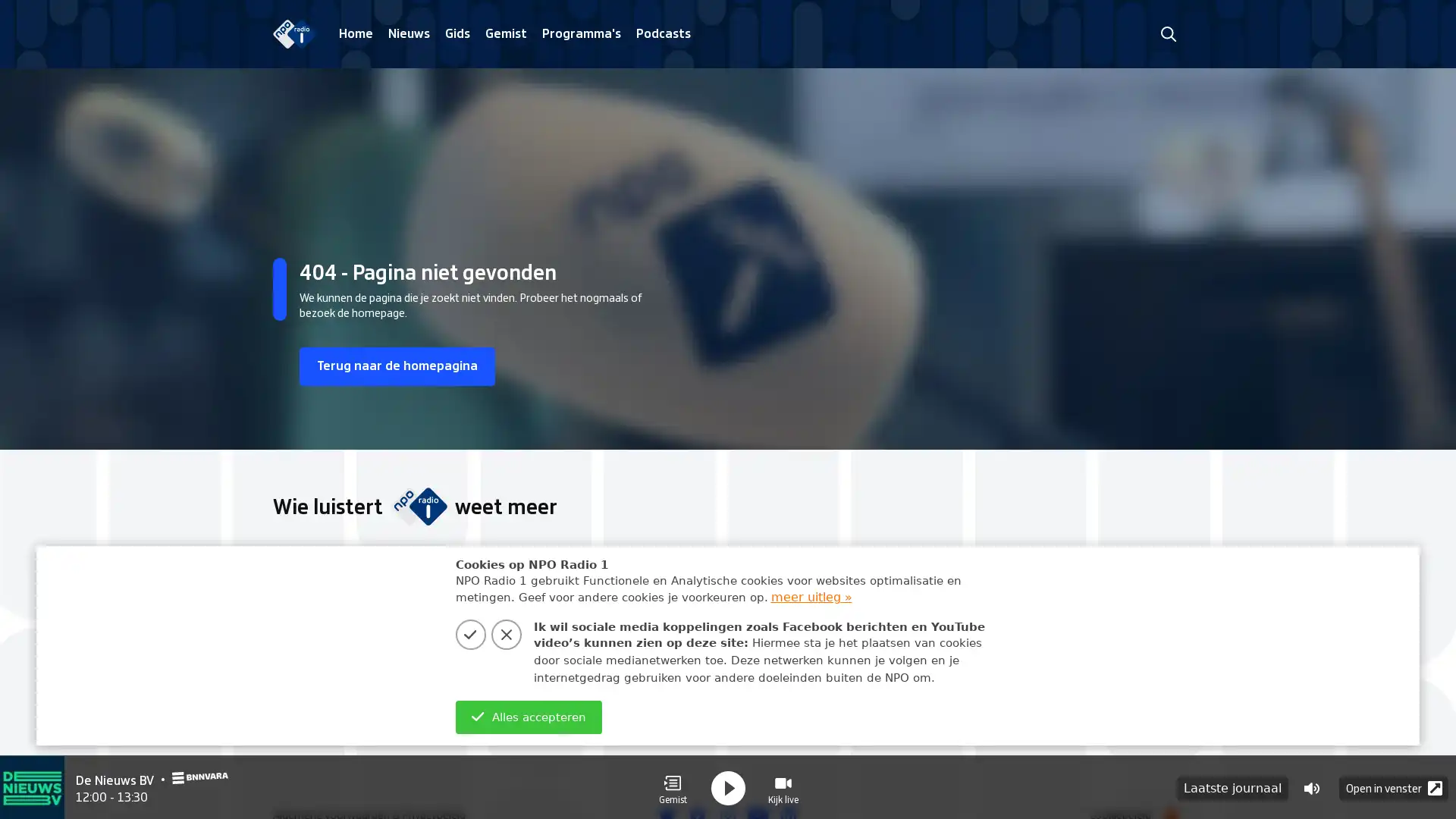 Image resolution: width=1456 pixels, height=819 pixels. What do you see at coordinates (728, 786) in the screenshot?
I see `play` at bounding box center [728, 786].